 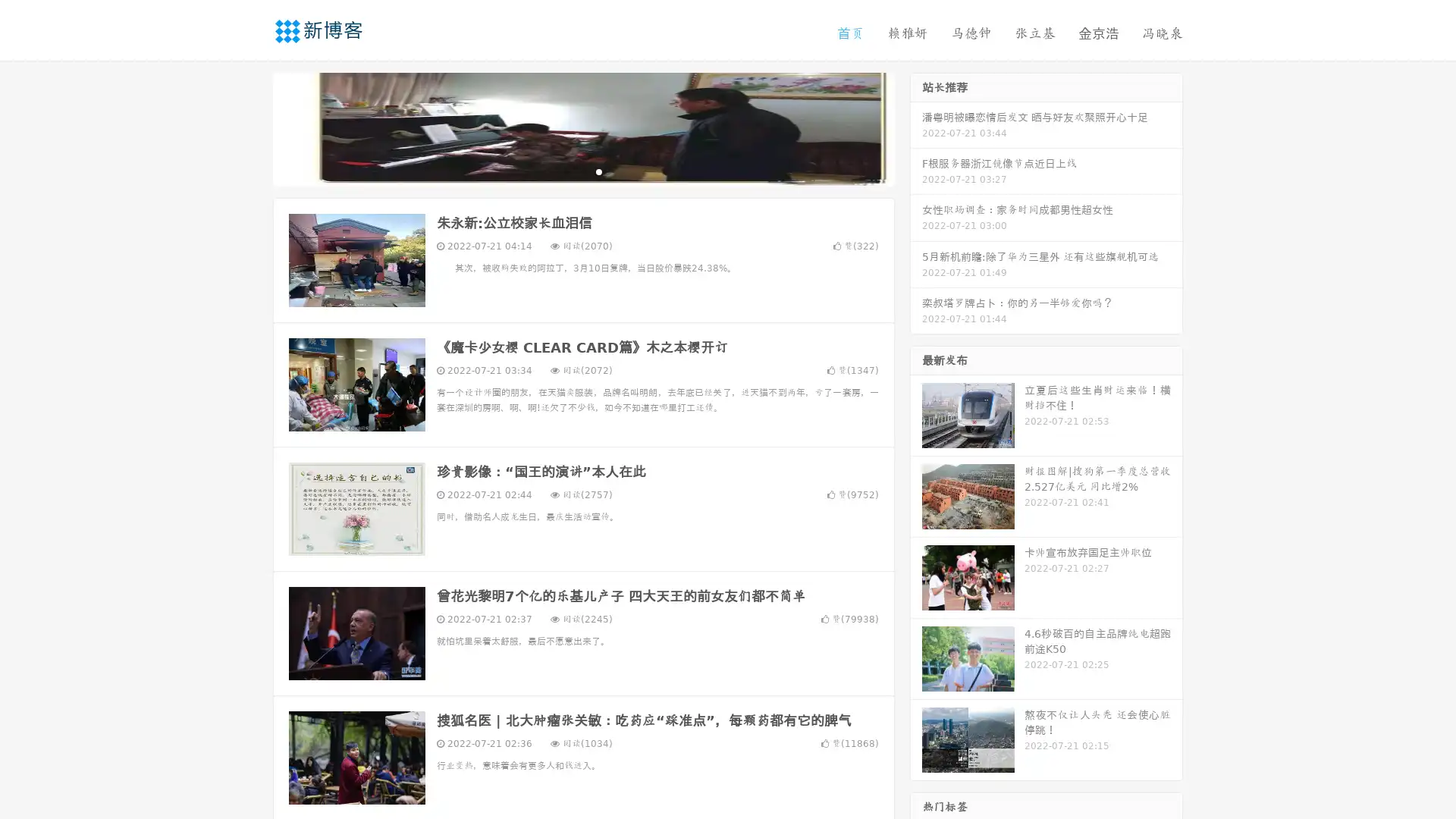 What do you see at coordinates (916, 127) in the screenshot?
I see `Next slide` at bounding box center [916, 127].